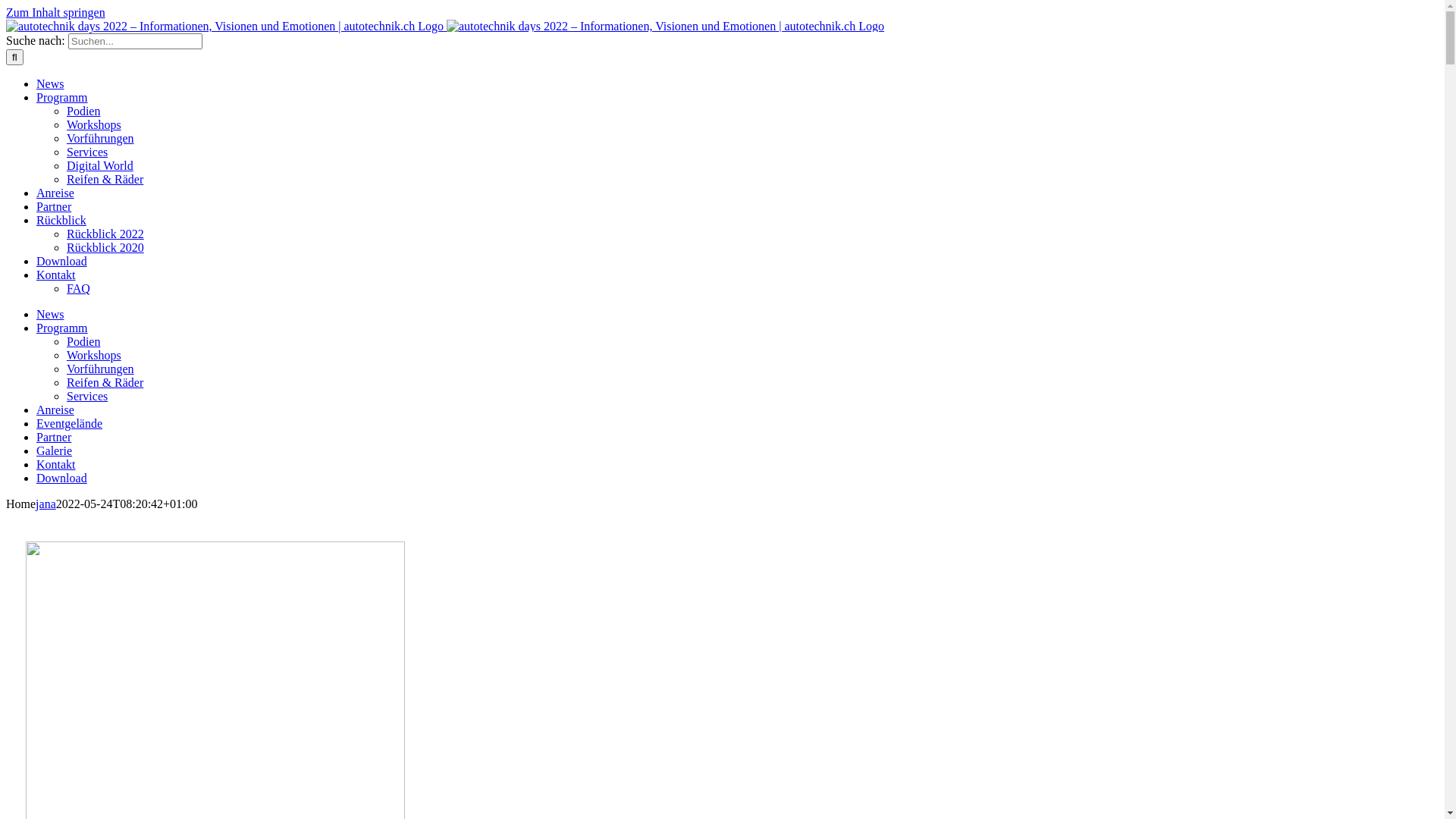 This screenshot has height=819, width=1456. Describe the element at coordinates (65, 355) in the screenshot. I see `'Workshops'` at that location.